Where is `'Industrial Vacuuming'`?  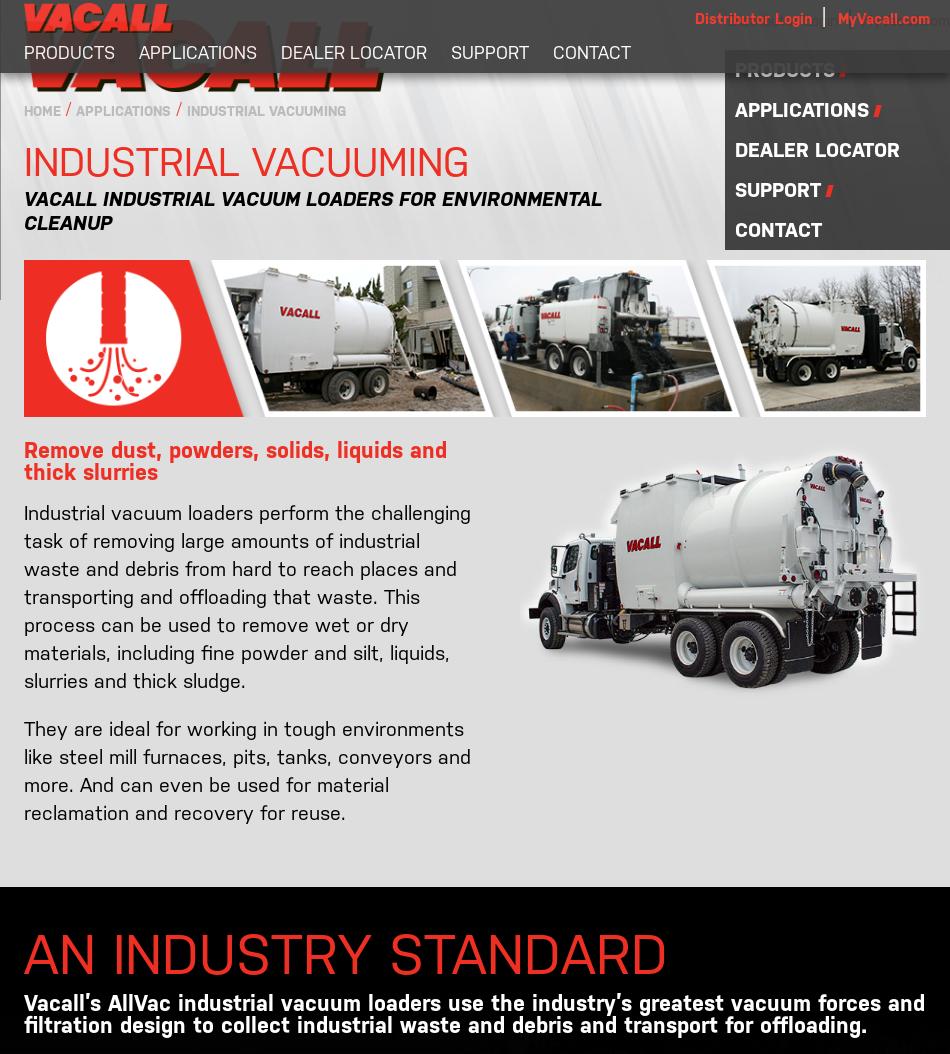 'Industrial Vacuuming' is located at coordinates (118, 153).